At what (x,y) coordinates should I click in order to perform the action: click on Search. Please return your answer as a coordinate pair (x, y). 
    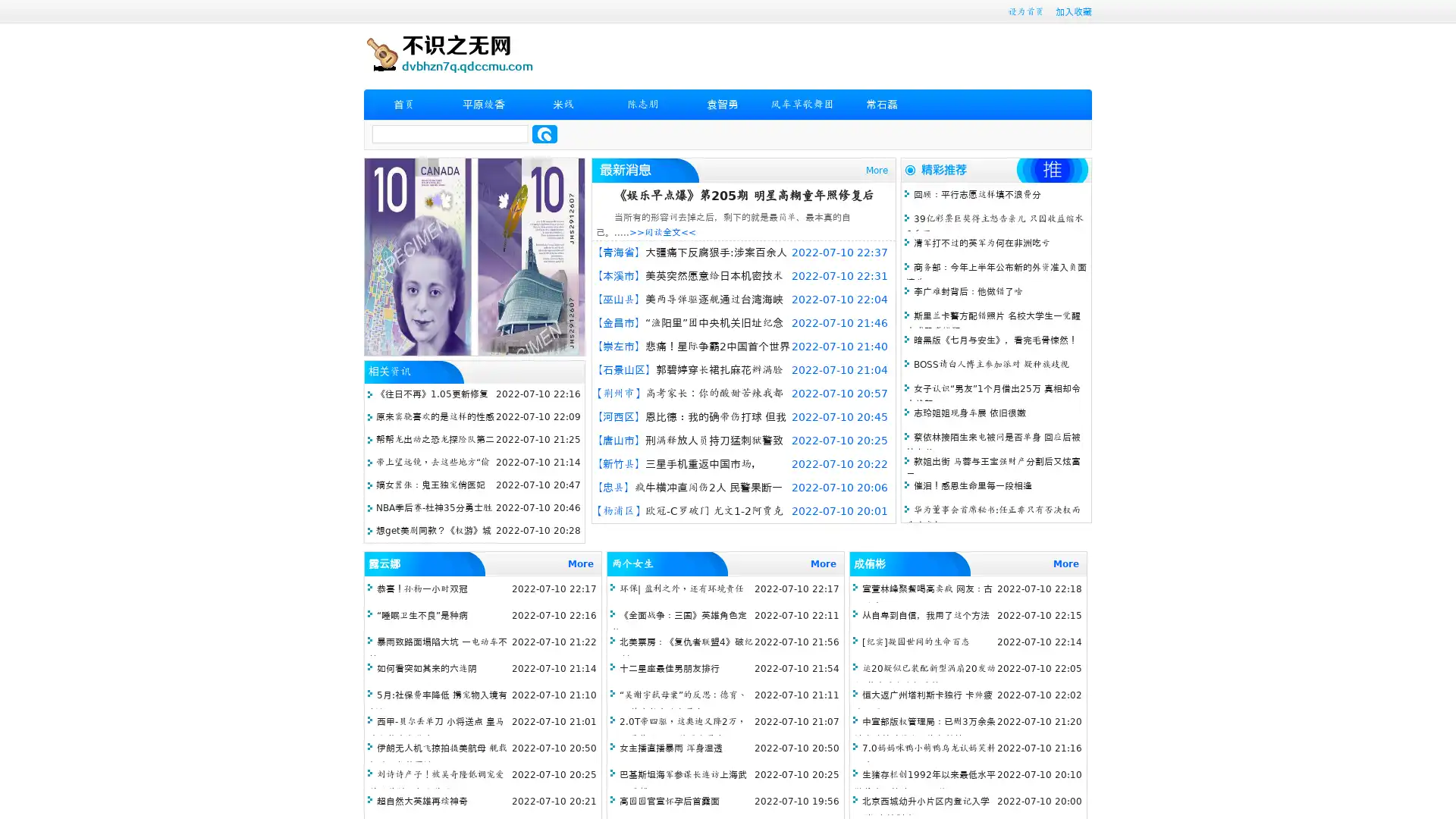
    Looking at the image, I should click on (544, 133).